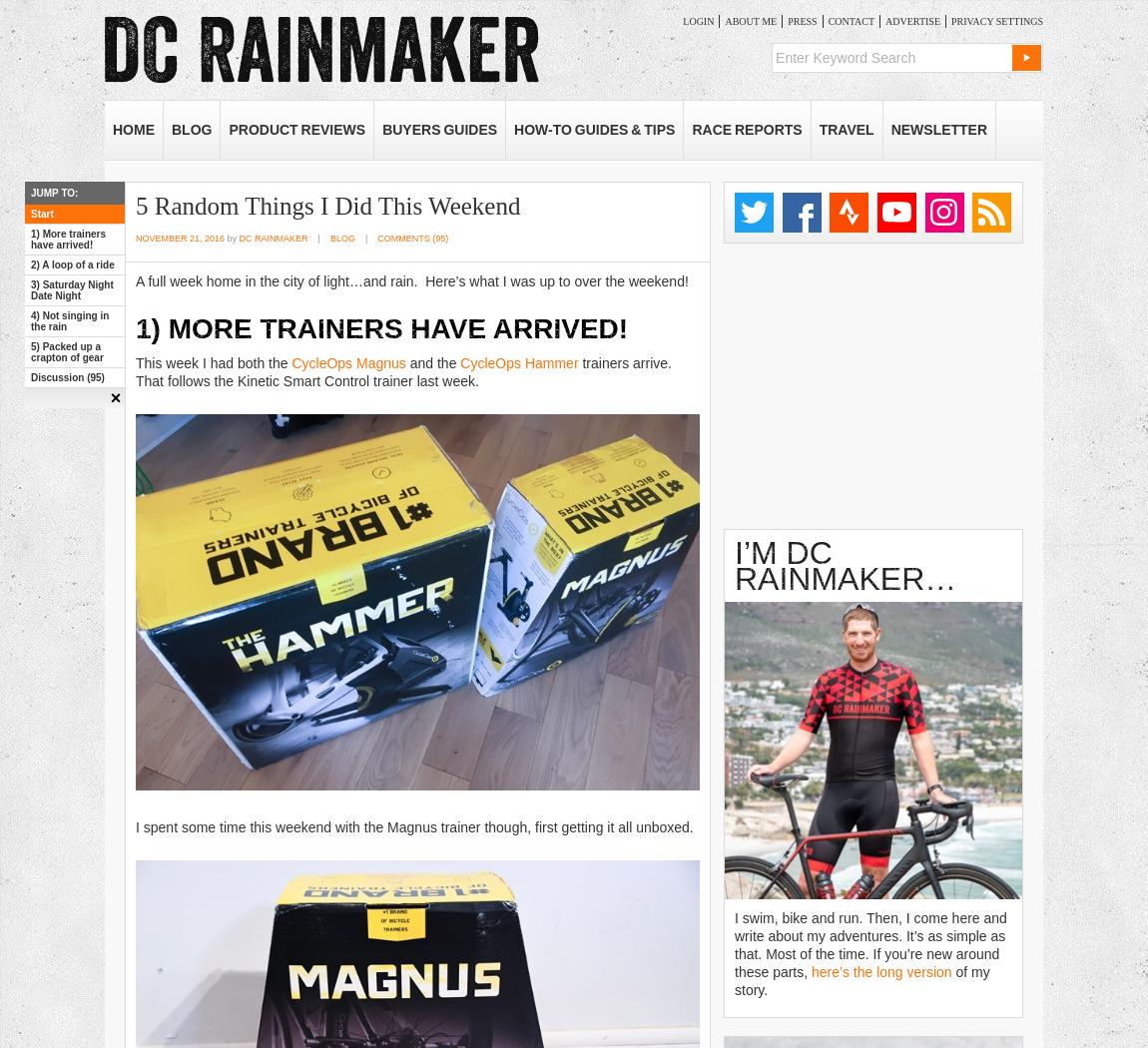 This screenshot has width=1148, height=1048. I want to click on 'I swim, bike and run. Then, I come here and write about my adventures.  It’s as simple as that. Most of the time. If you’re new around these parts,', so click(870, 943).